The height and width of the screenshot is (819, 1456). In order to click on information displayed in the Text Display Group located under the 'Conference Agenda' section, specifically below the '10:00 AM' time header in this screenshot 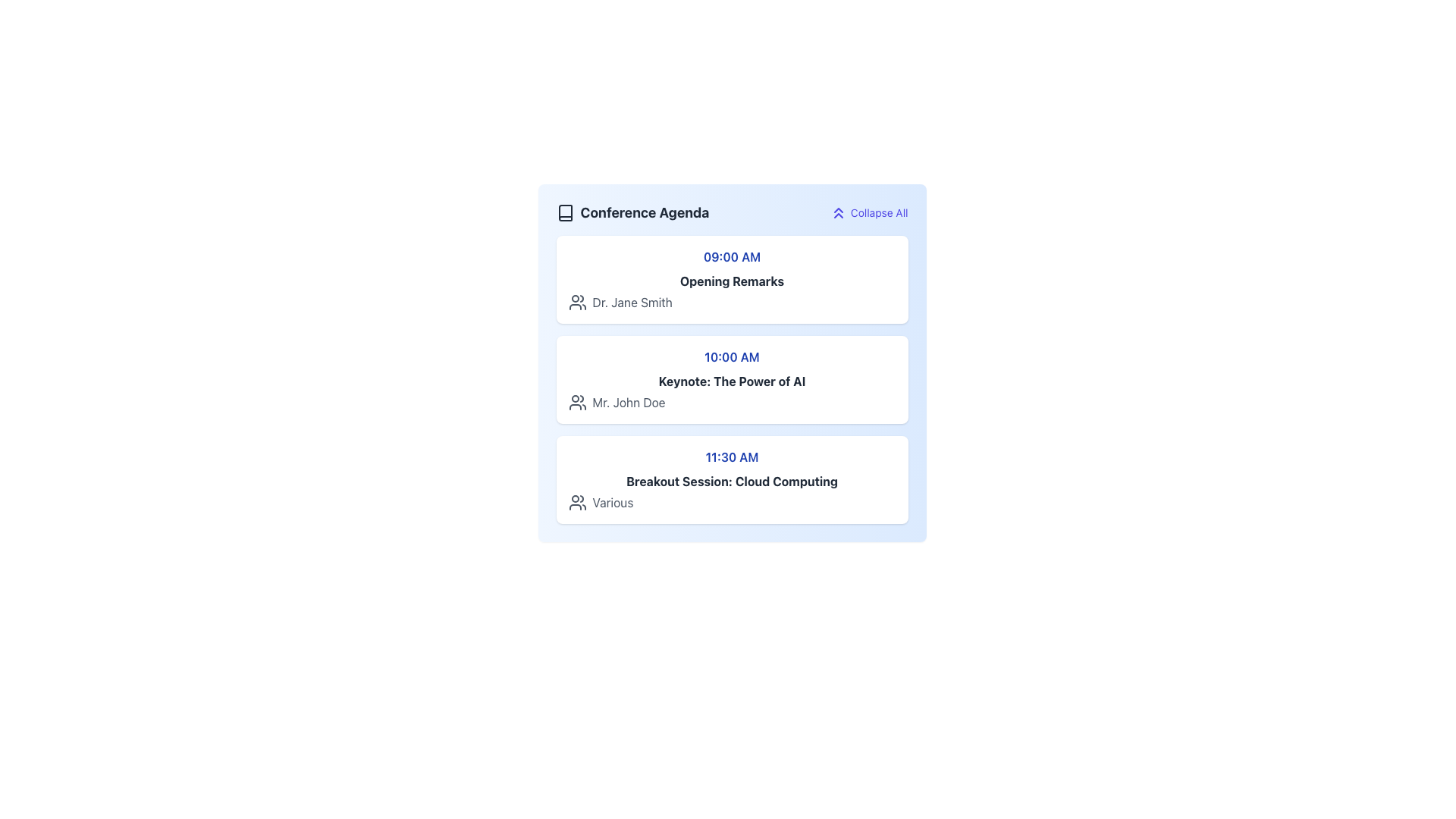, I will do `click(732, 391)`.